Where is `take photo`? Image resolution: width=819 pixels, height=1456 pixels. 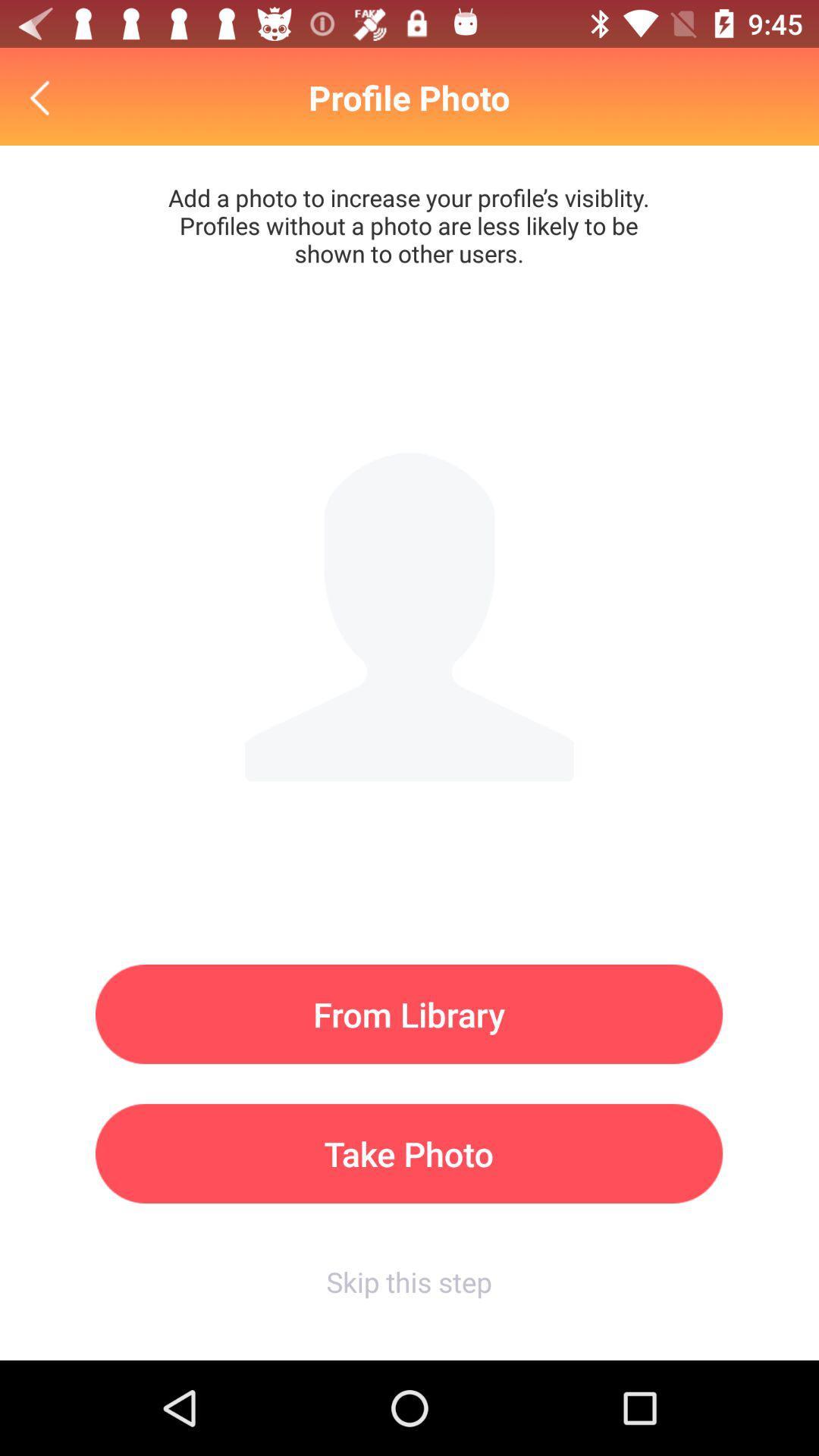
take photo is located at coordinates (408, 1153).